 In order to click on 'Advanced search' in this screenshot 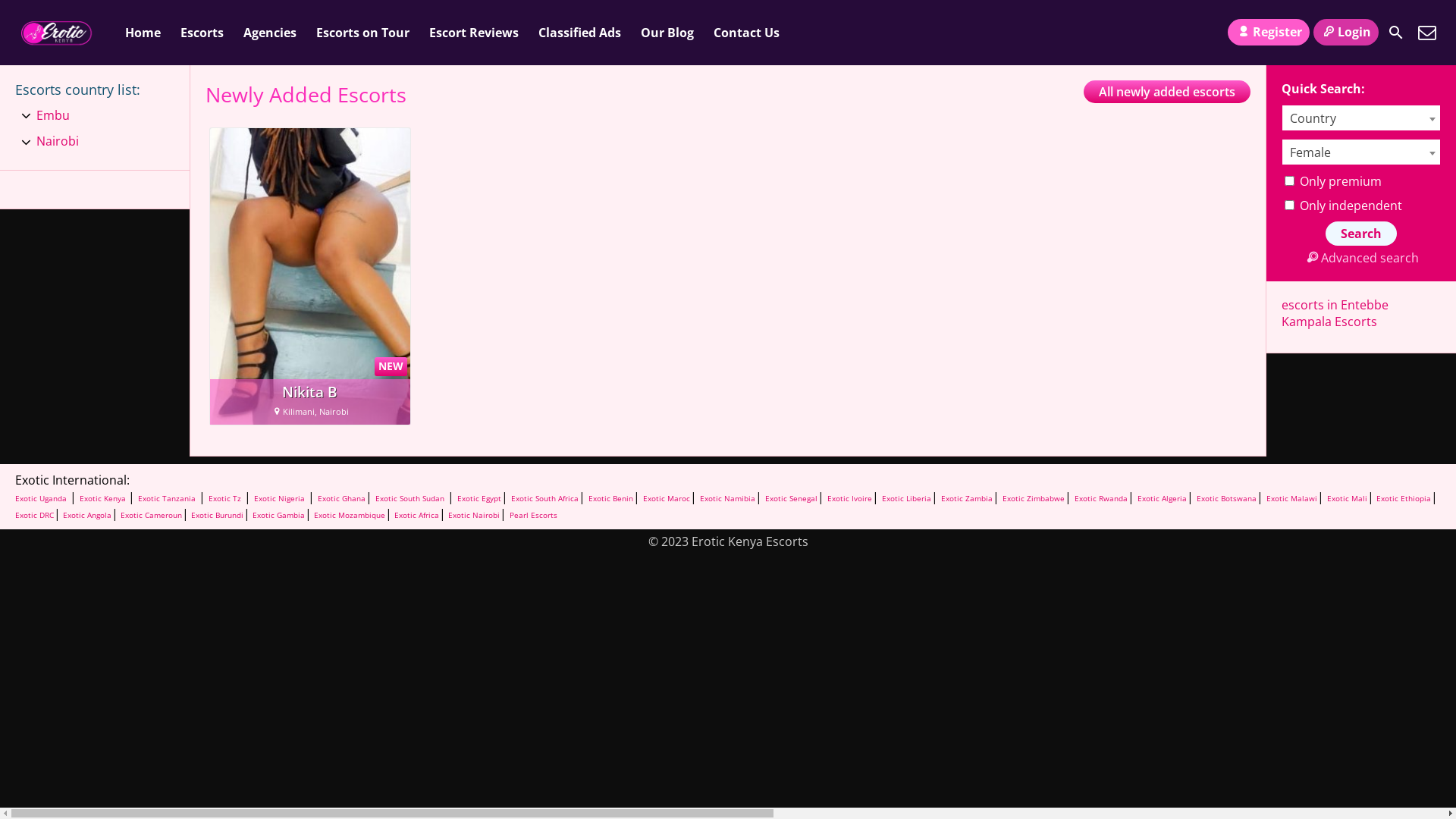, I will do `click(1360, 256)`.